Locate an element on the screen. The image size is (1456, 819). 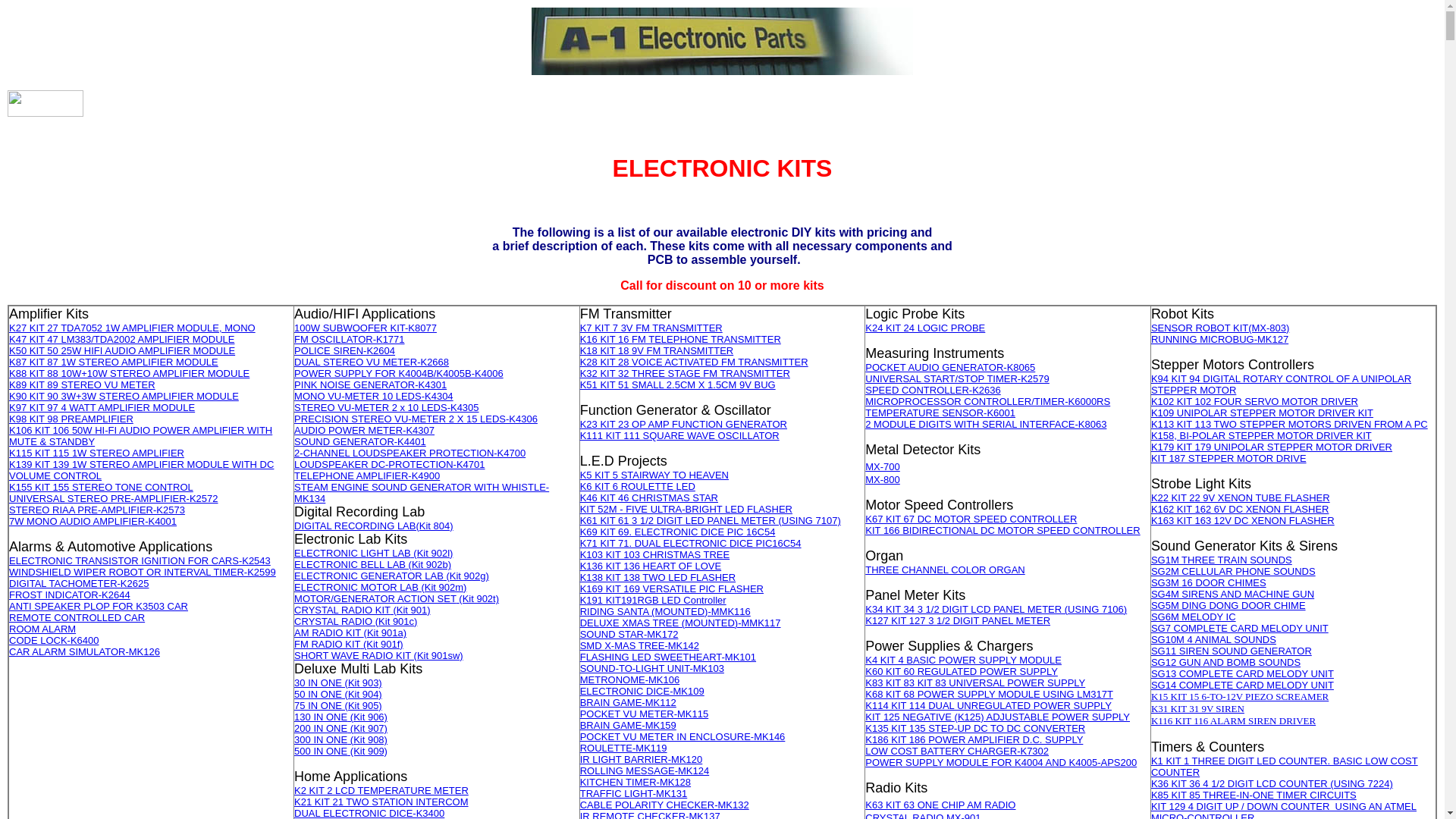
'MONO VU-METER 10 LEDS-K4304' is located at coordinates (374, 395).